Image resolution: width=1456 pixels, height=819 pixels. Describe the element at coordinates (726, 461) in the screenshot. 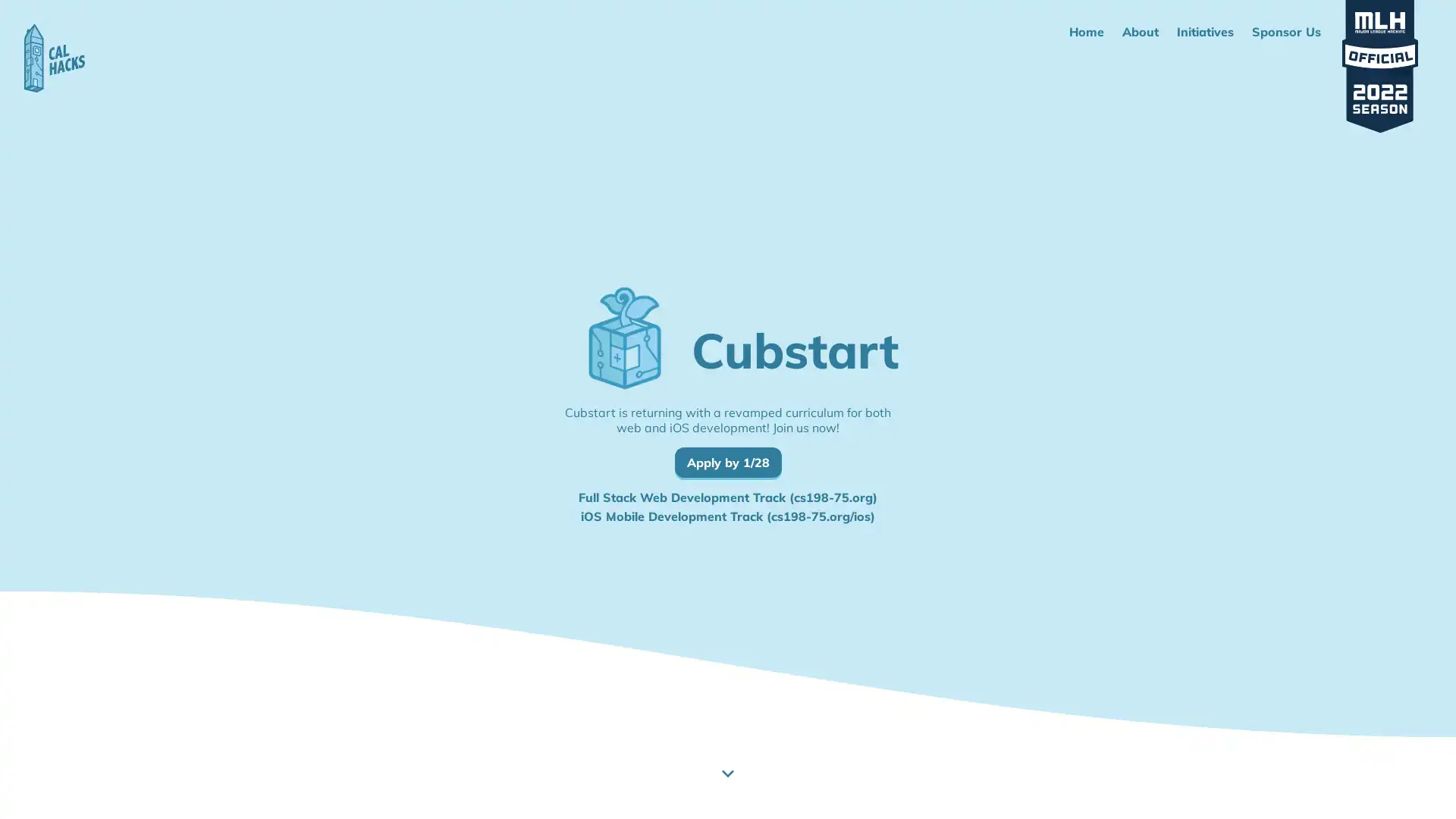

I see `Apply by 1/28` at that location.